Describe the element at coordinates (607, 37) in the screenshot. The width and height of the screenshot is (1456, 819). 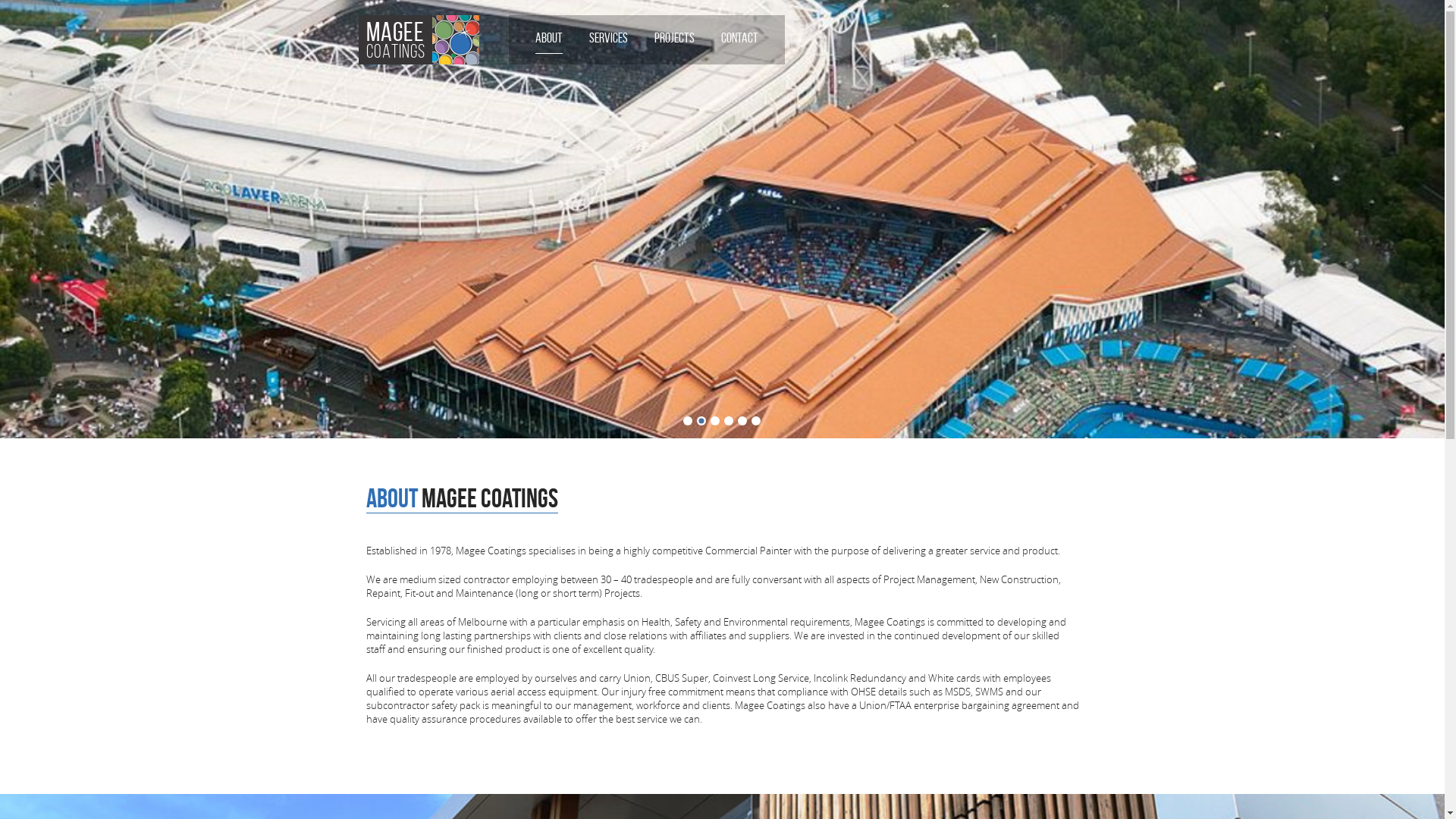
I see `'SERVICES'` at that location.